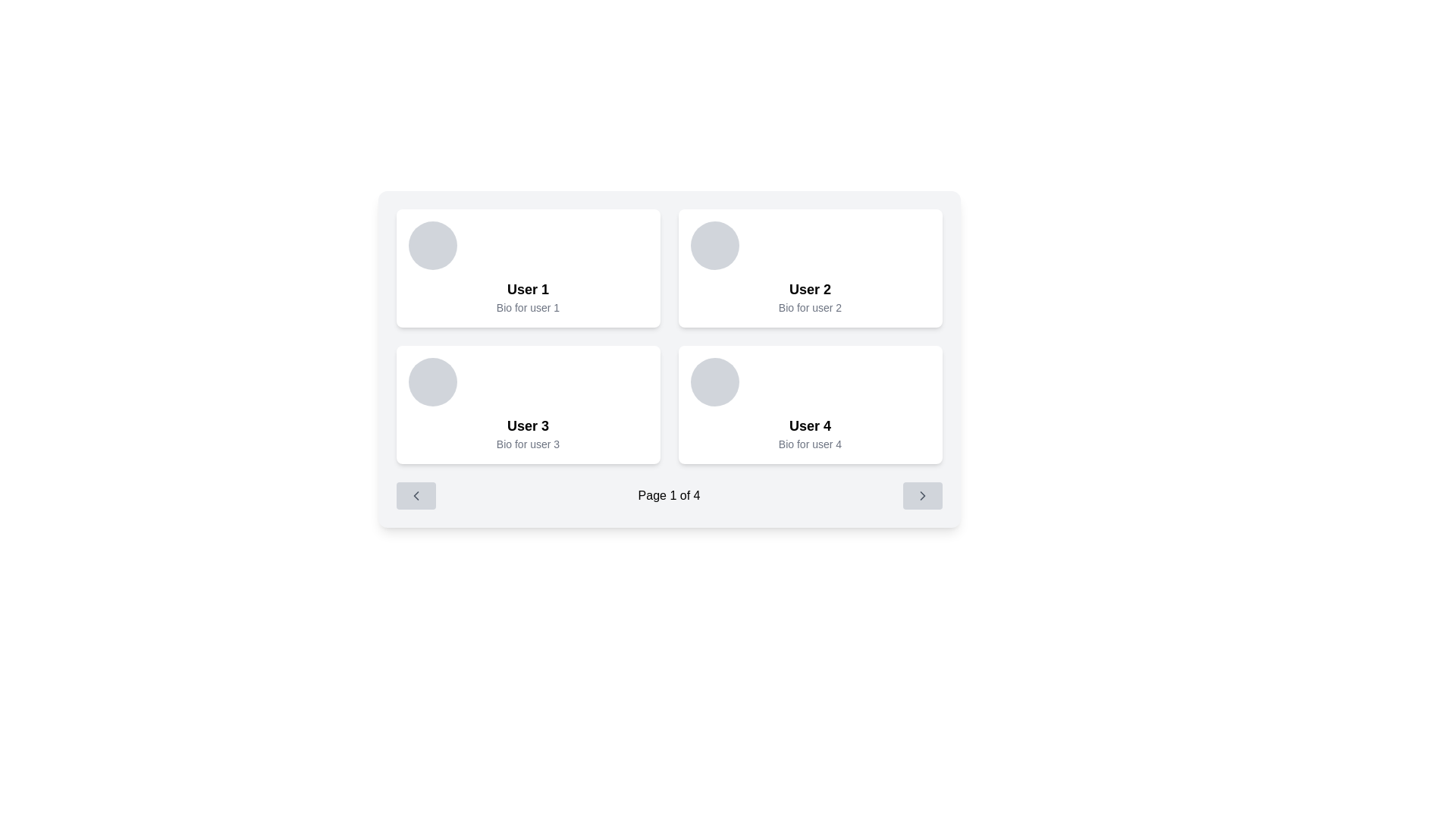 Image resolution: width=1456 pixels, height=819 pixels. What do you see at coordinates (431, 245) in the screenshot?
I see `the circular profile picture placeholder located at the top-left section of the card, which has a gray background and rounded border` at bounding box center [431, 245].